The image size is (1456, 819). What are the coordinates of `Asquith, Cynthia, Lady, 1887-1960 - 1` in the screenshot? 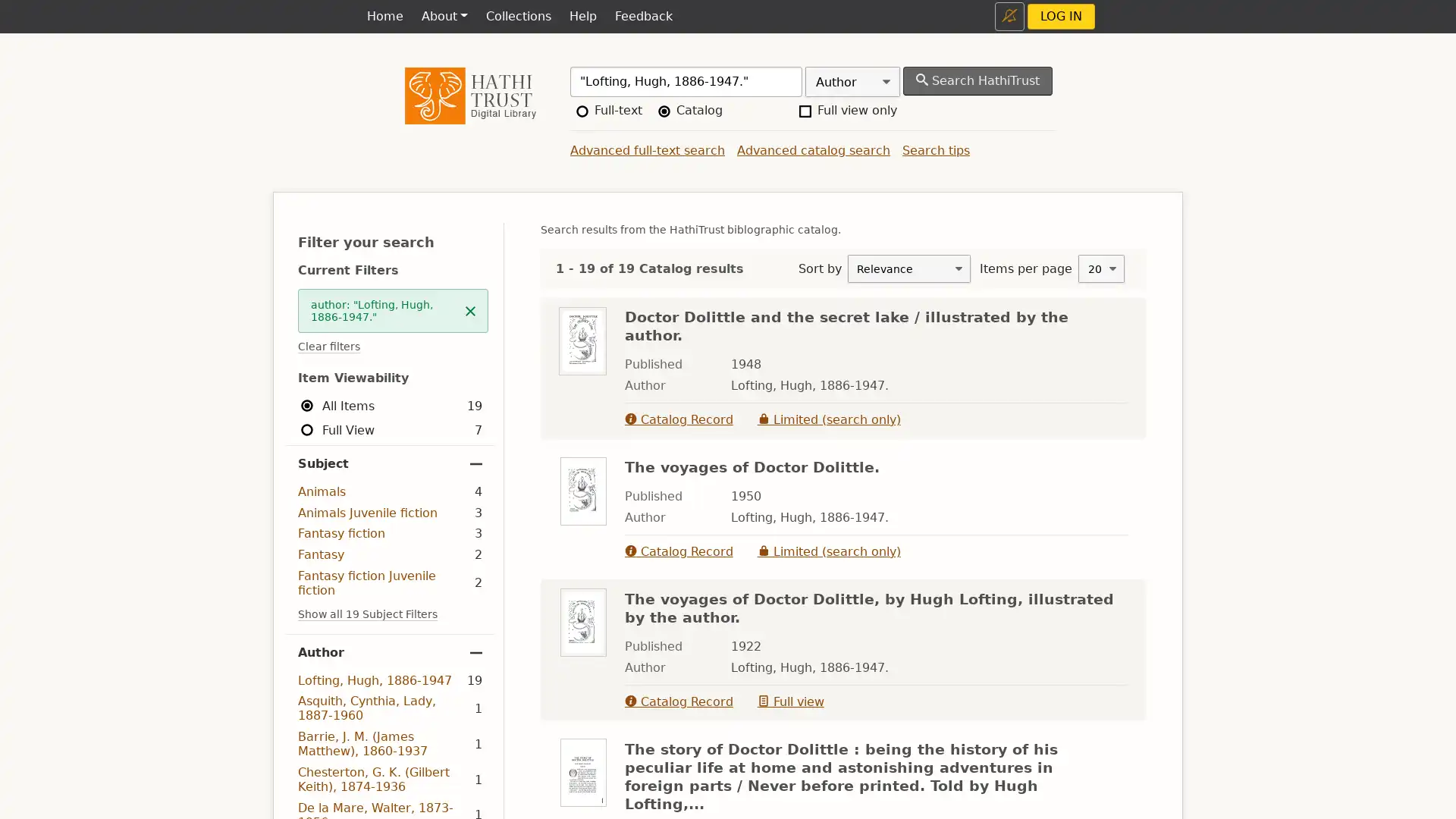 It's located at (390, 708).